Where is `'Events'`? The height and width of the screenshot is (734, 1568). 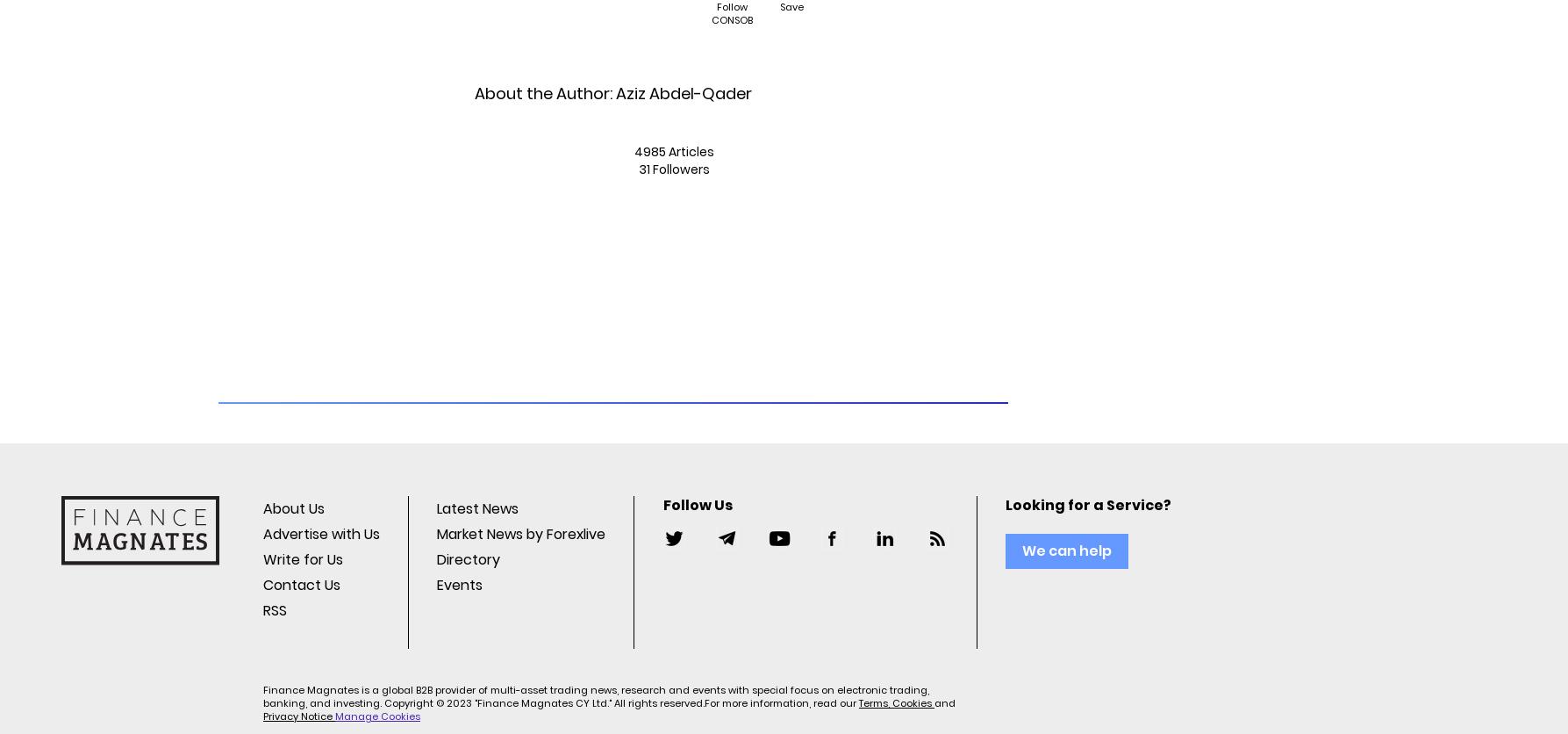
'Events' is located at coordinates (459, 585).